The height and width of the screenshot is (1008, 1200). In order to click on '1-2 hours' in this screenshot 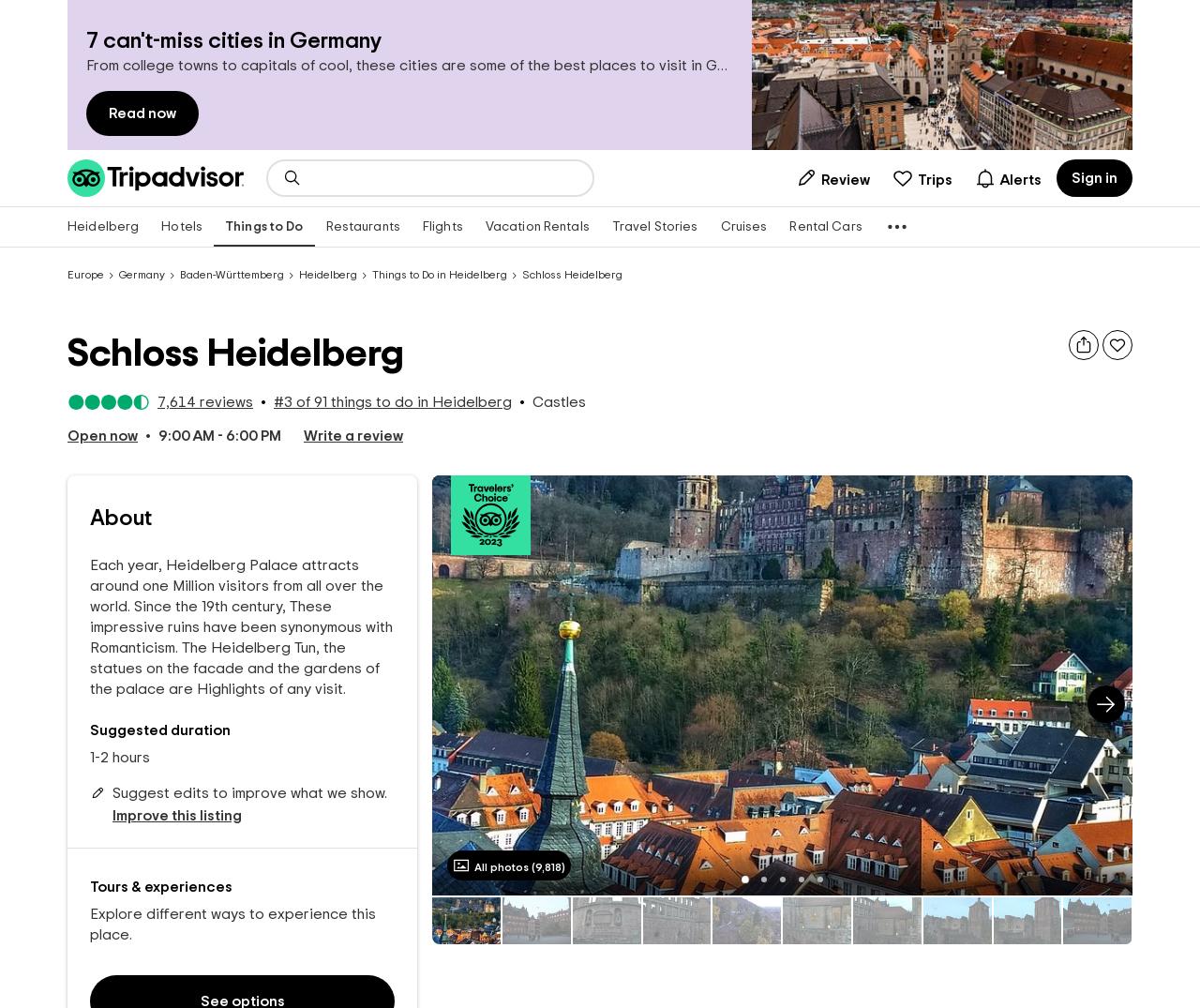, I will do `click(119, 756)`.